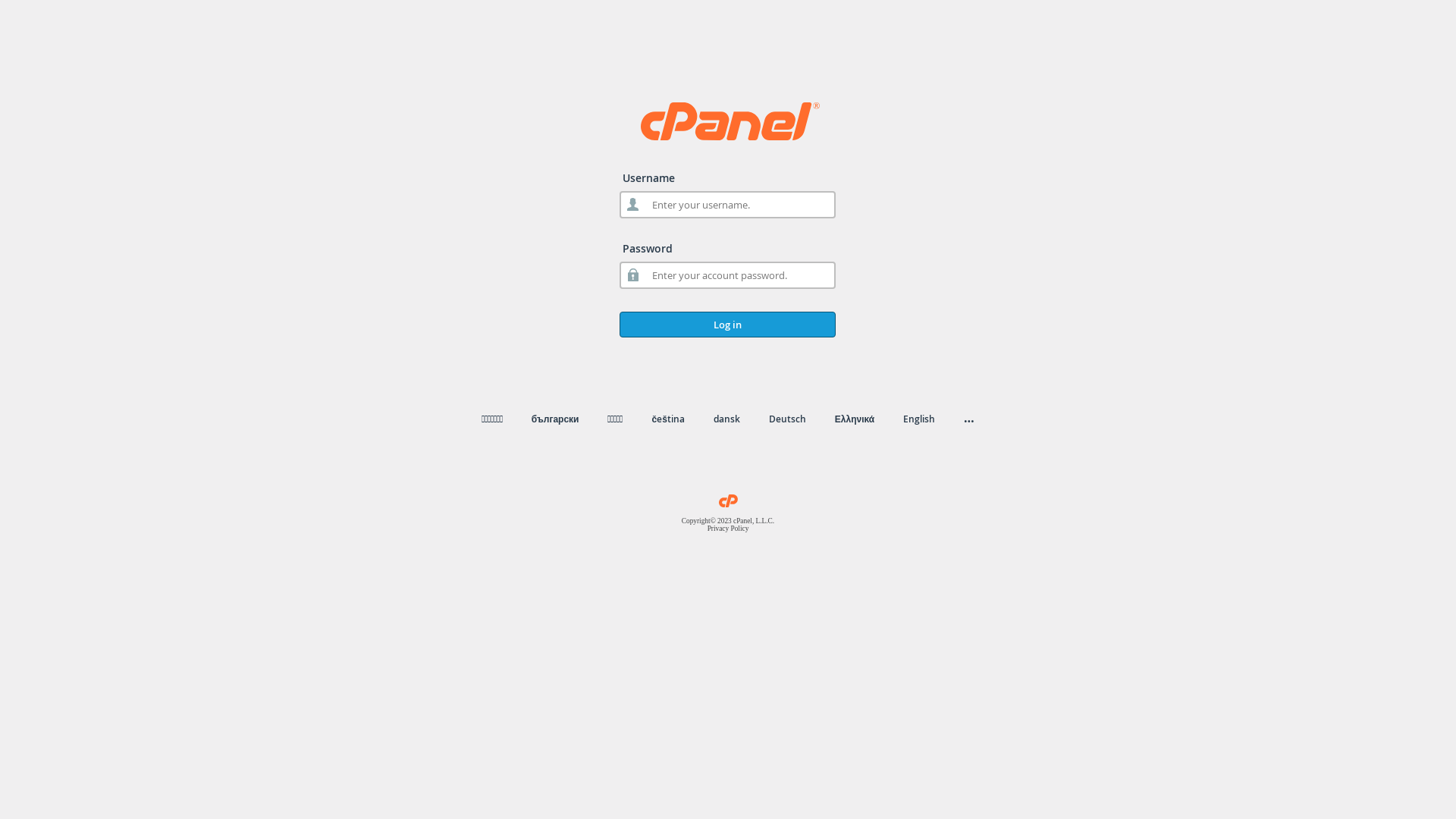 The image size is (1456, 819). What do you see at coordinates (787, 419) in the screenshot?
I see `'Deutsch'` at bounding box center [787, 419].